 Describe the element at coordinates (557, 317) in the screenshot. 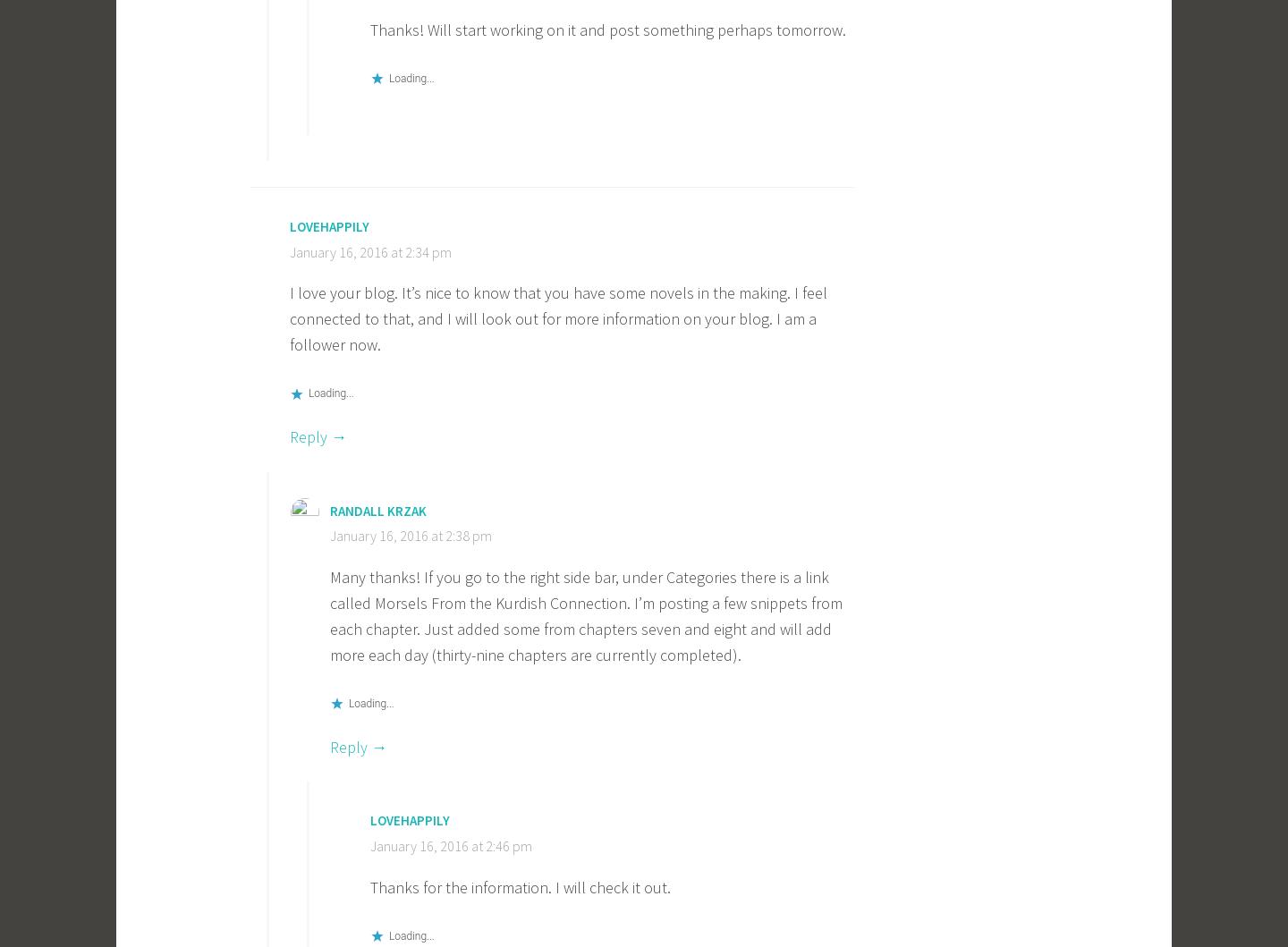

I see `'I love your blog. It’s nice to know that you have some novels in the making. I feel connected to that, and I will look out for more information on your blog. I am a follower now.'` at that location.